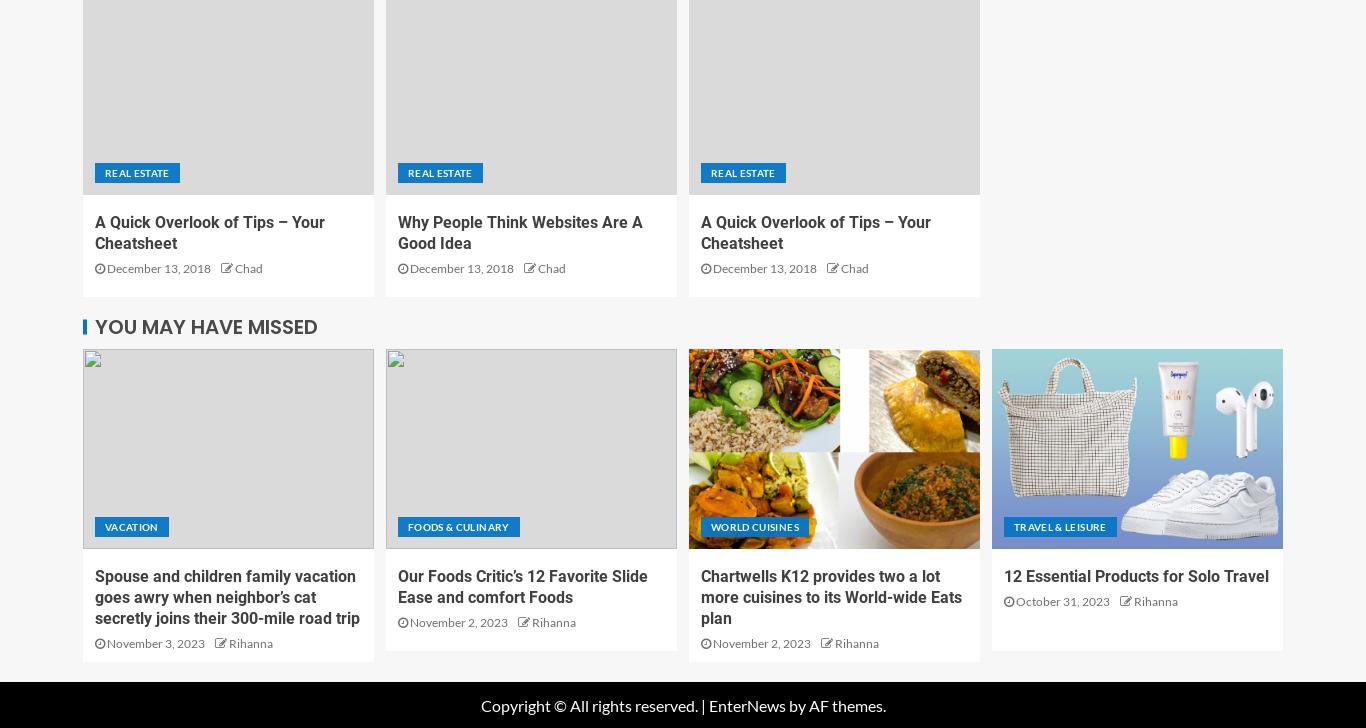 Image resolution: width=1366 pixels, height=728 pixels. Describe the element at coordinates (834, 705) in the screenshot. I see `'by AF themes.'` at that location.